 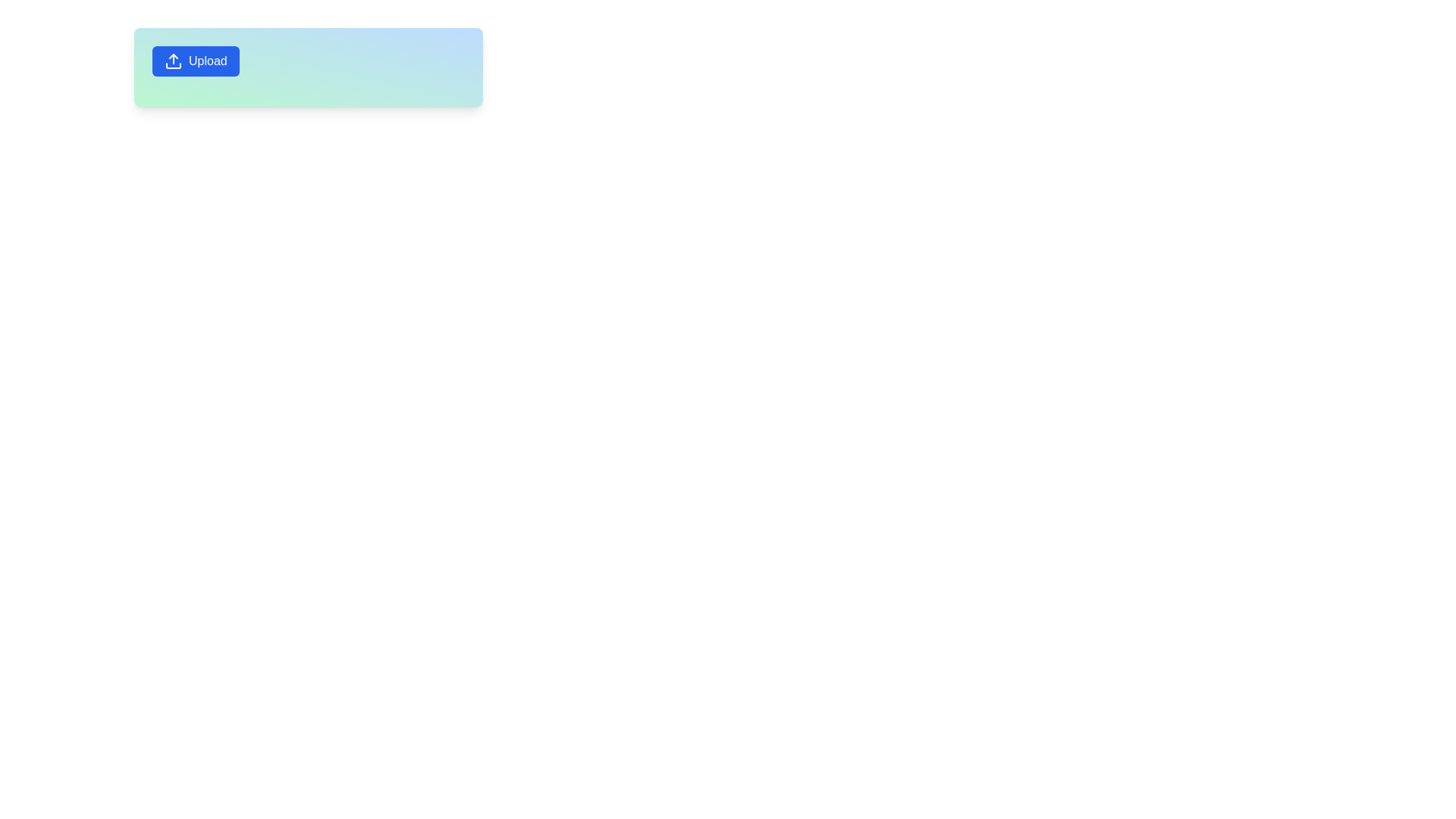 I want to click on the base of the upload tray icon, which is a rectangular shape located in the lower section of the icon, situated to the left of the 'Upload' text in the top-left corner of the interface, so click(x=174, y=65).